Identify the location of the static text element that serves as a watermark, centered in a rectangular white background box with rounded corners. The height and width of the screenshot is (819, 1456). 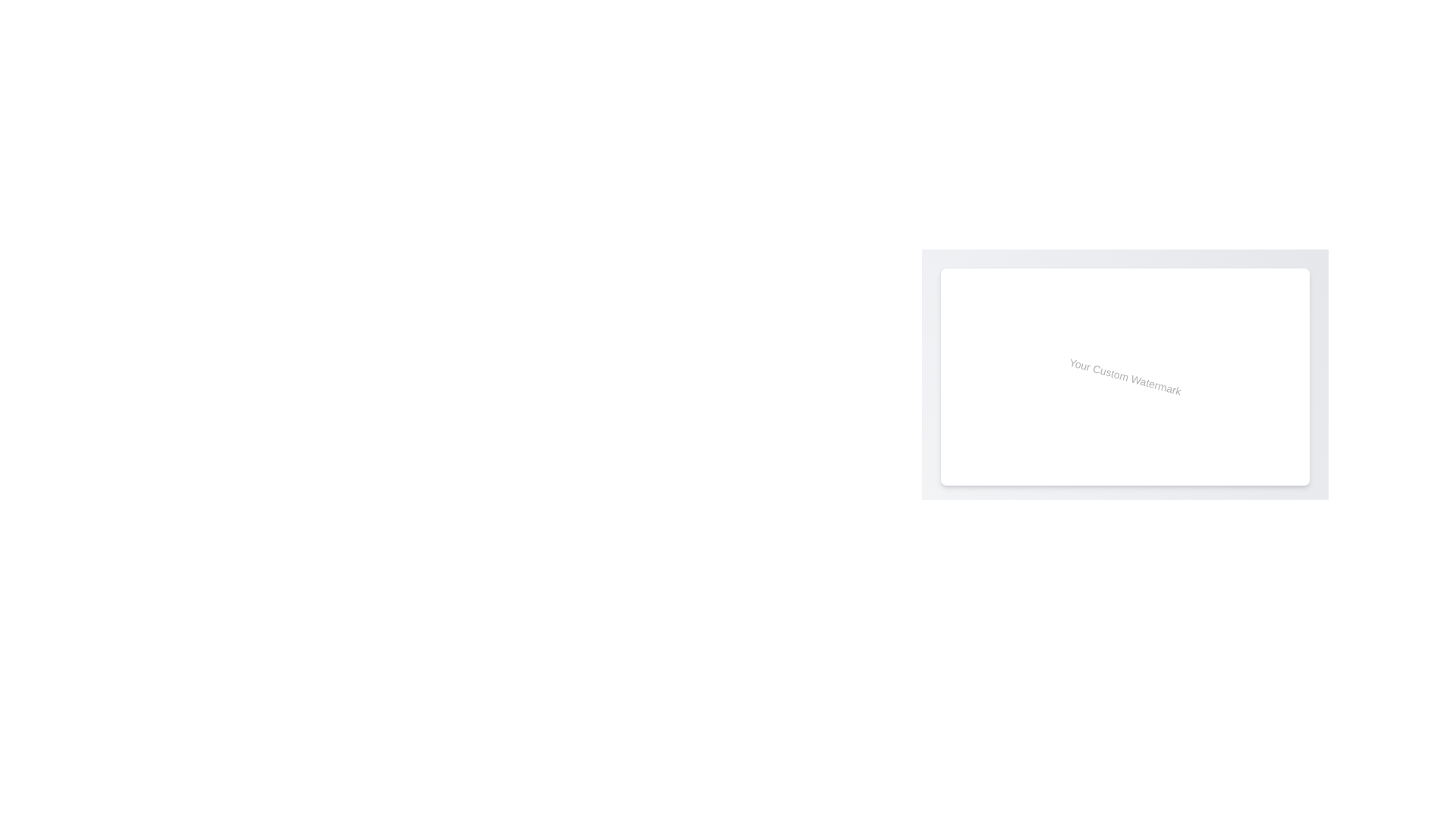
(1125, 375).